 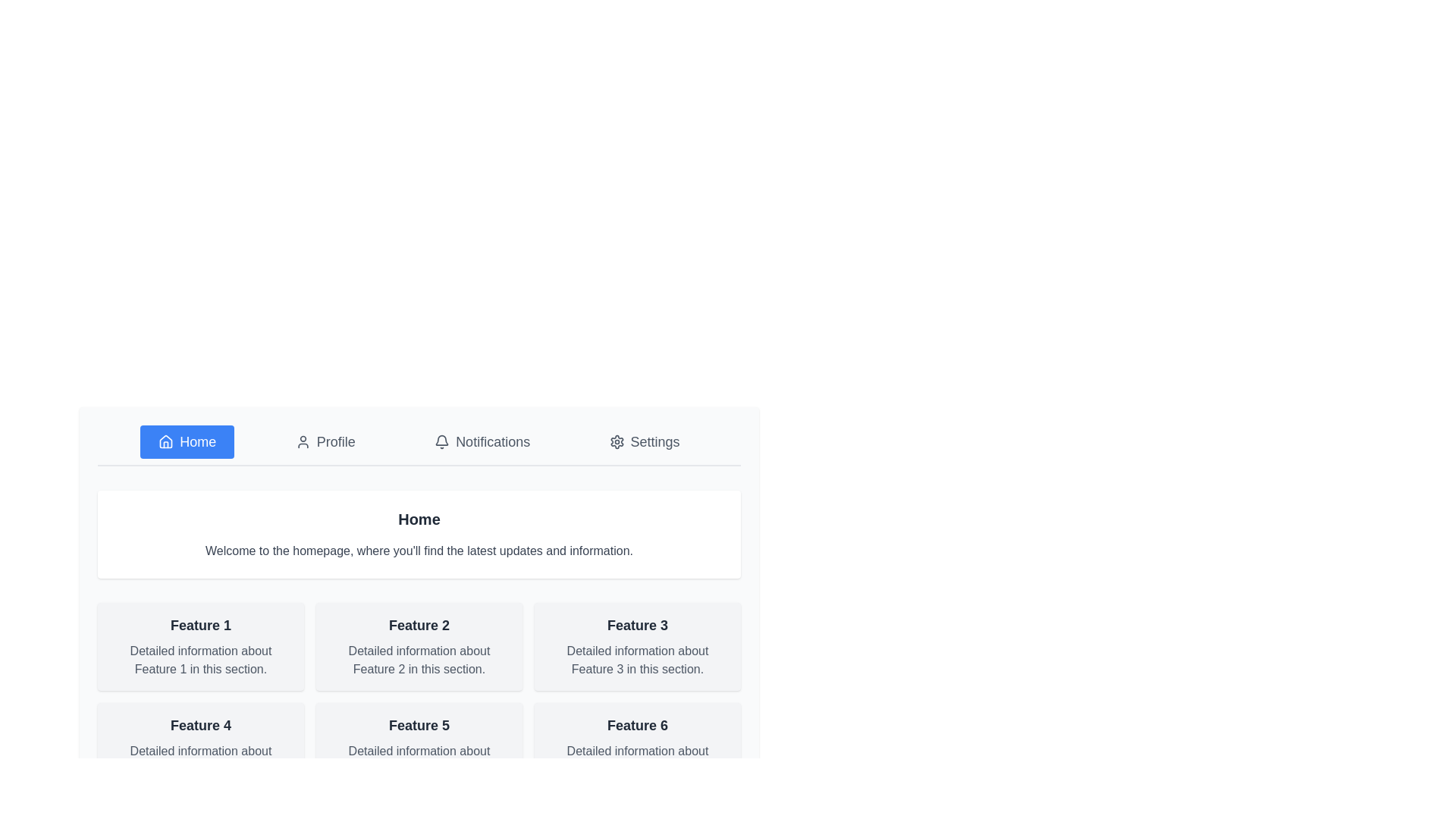 What do you see at coordinates (419, 745) in the screenshot?
I see `the informational card that presents 'Feature 5' and its associated description, located in the second row, center column of a 3x2 grid layout` at bounding box center [419, 745].